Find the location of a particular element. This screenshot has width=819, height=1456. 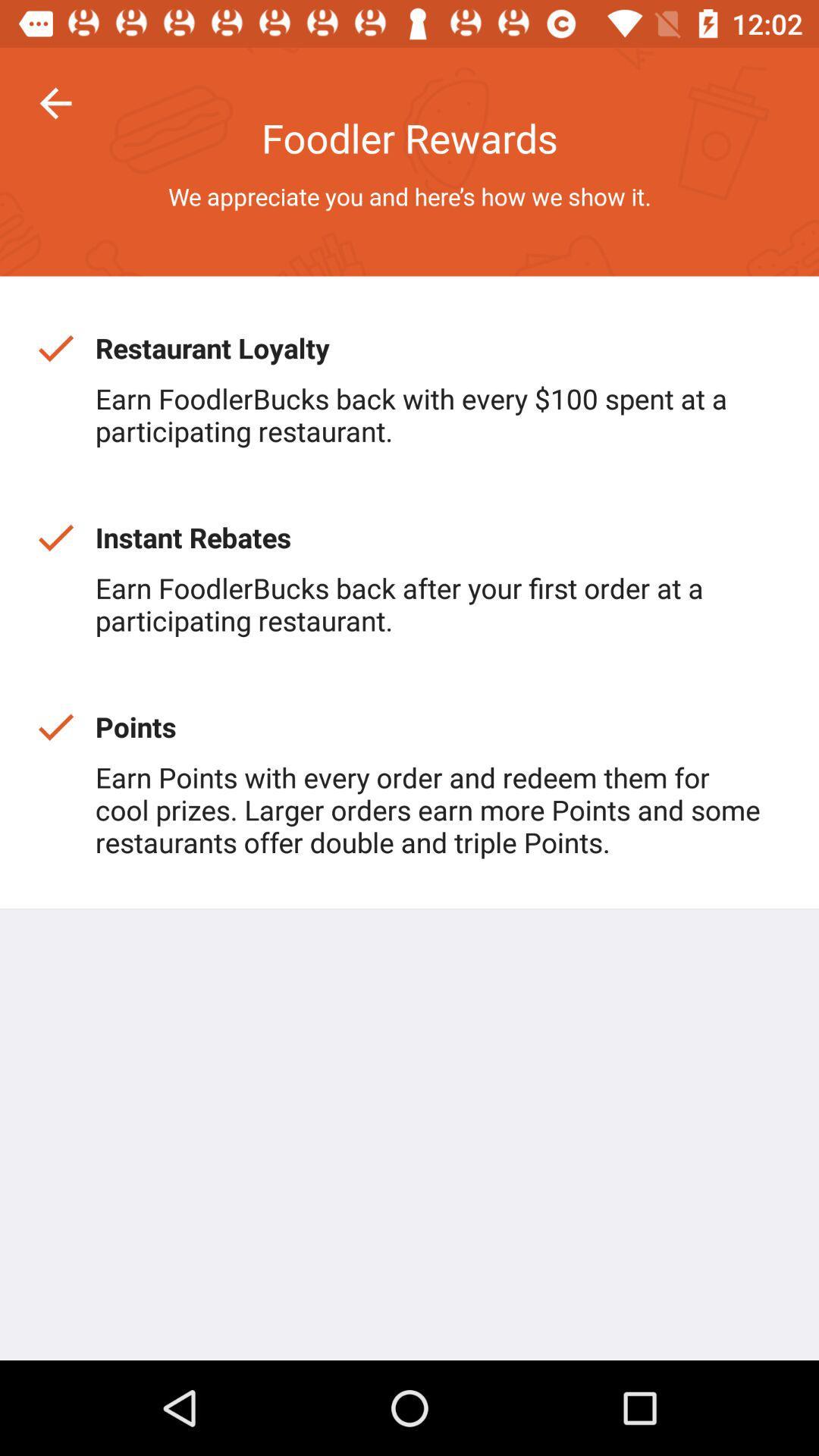

the check mark icon which is just beside the points is located at coordinates (55, 726).